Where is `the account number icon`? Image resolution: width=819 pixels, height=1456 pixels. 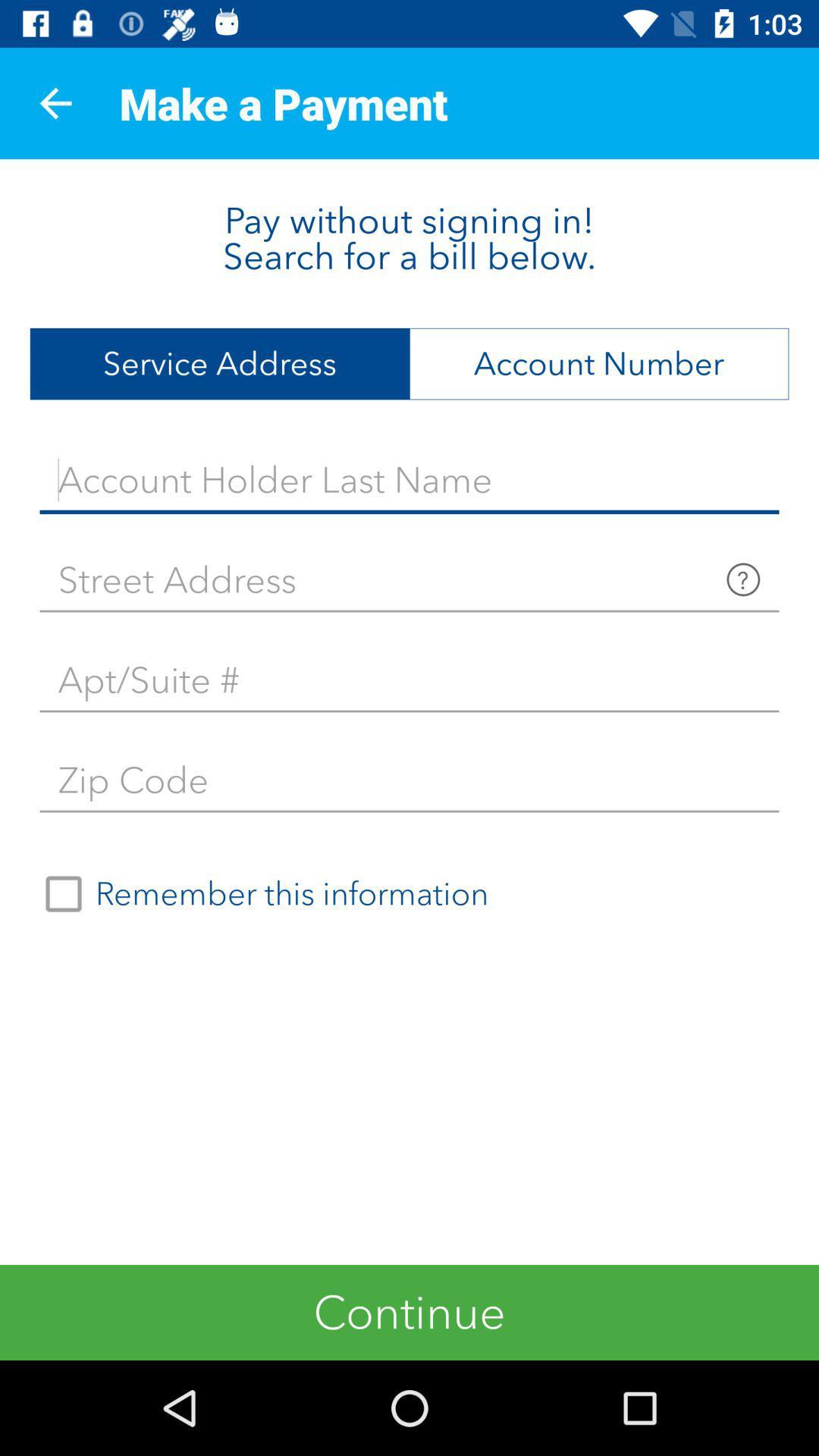
the account number icon is located at coordinates (598, 364).